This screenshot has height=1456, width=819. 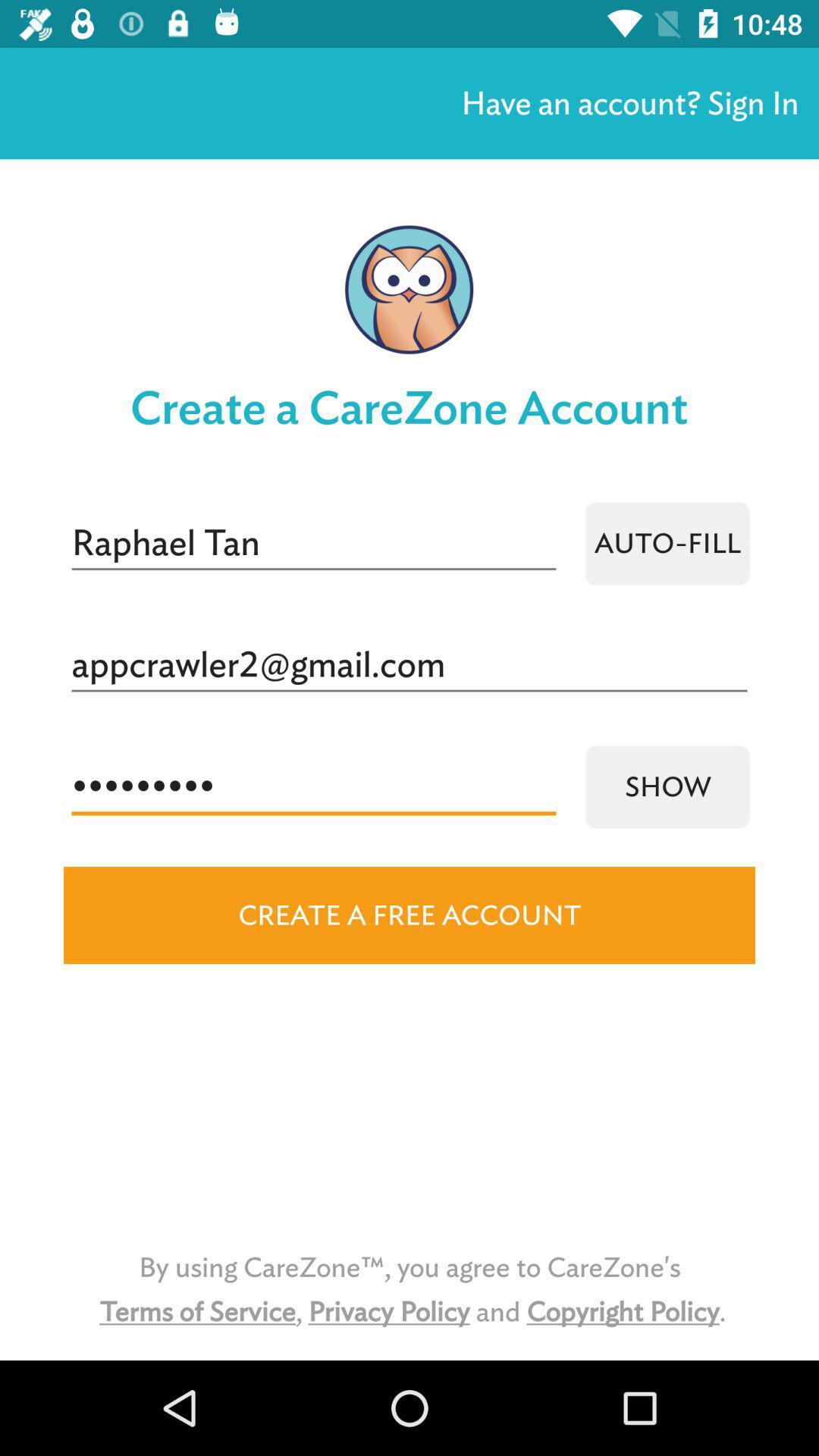 What do you see at coordinates (667, 543) in the screenshot?
I see `the auto-fill item` at bounding box center [667, 543].